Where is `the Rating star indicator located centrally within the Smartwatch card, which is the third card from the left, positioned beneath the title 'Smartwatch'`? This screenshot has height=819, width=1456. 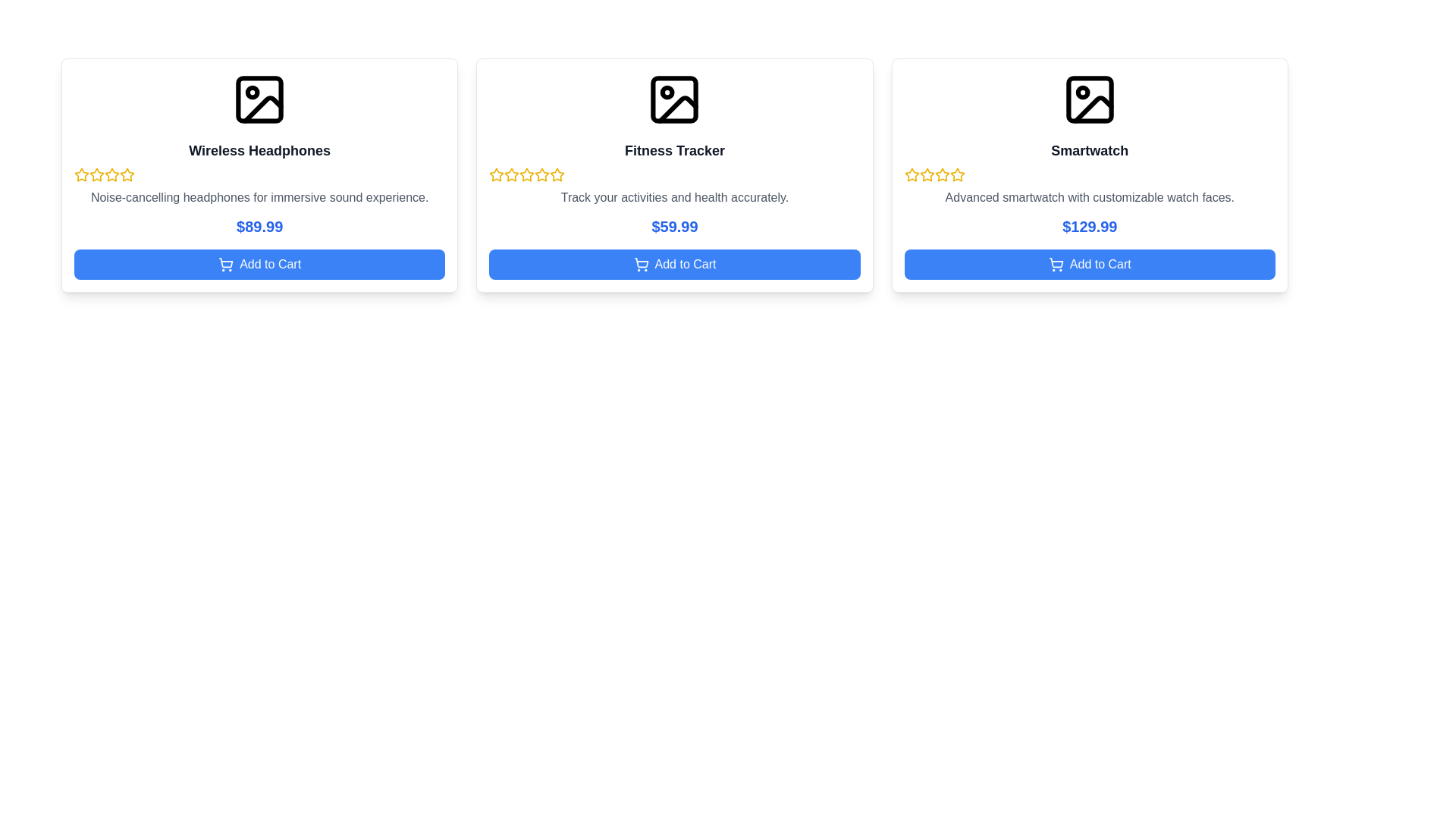 the Rating star indicator located centrally within the Smartwatch card, which is the third card from the left, positioned beneath the title 'Smartwatch' is located at coordinates (1089, 174).